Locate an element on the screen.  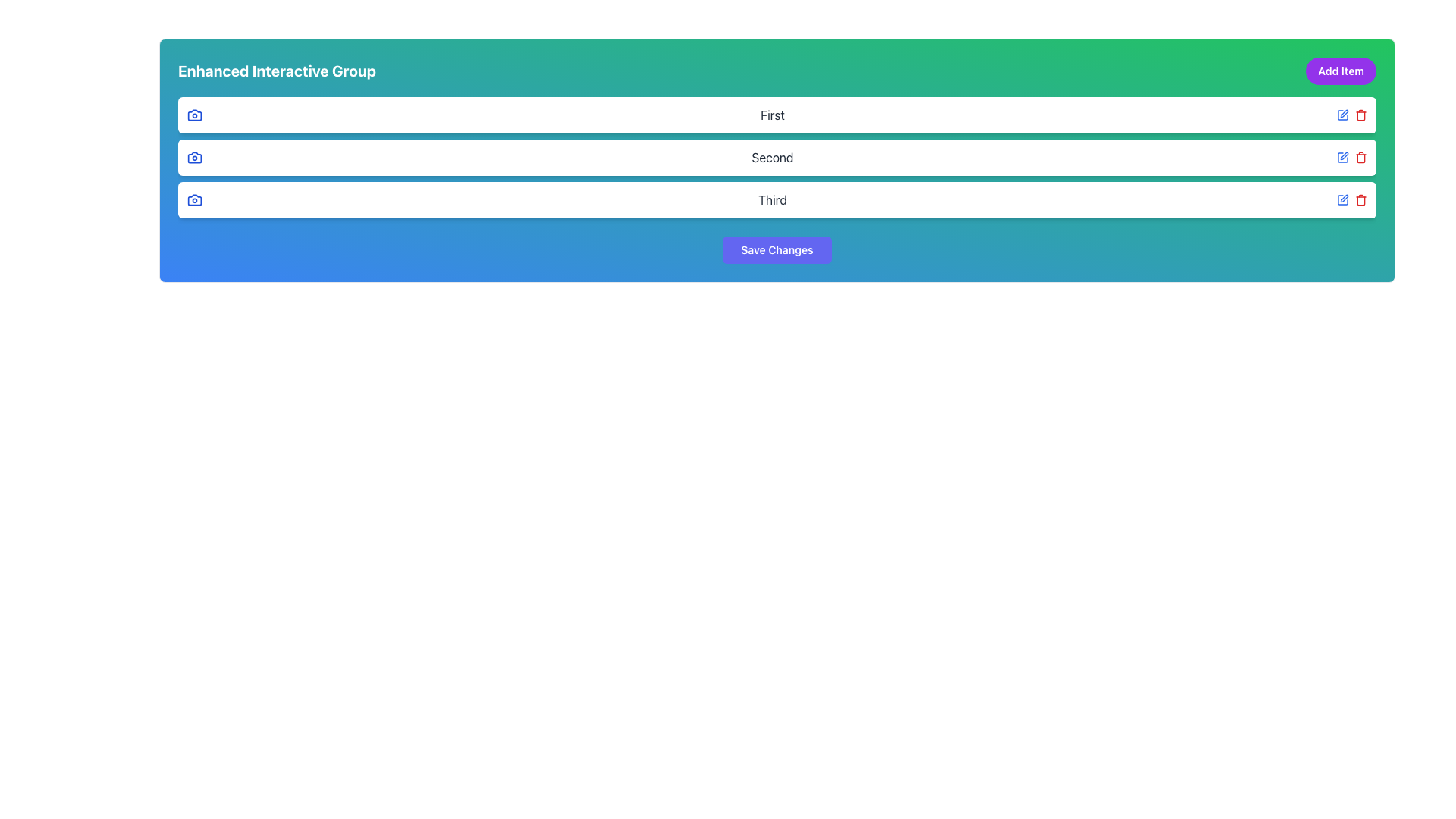
the pen-shaped icon button located in the top-right corner of the first row of items is located at coordinates (1344, 113).